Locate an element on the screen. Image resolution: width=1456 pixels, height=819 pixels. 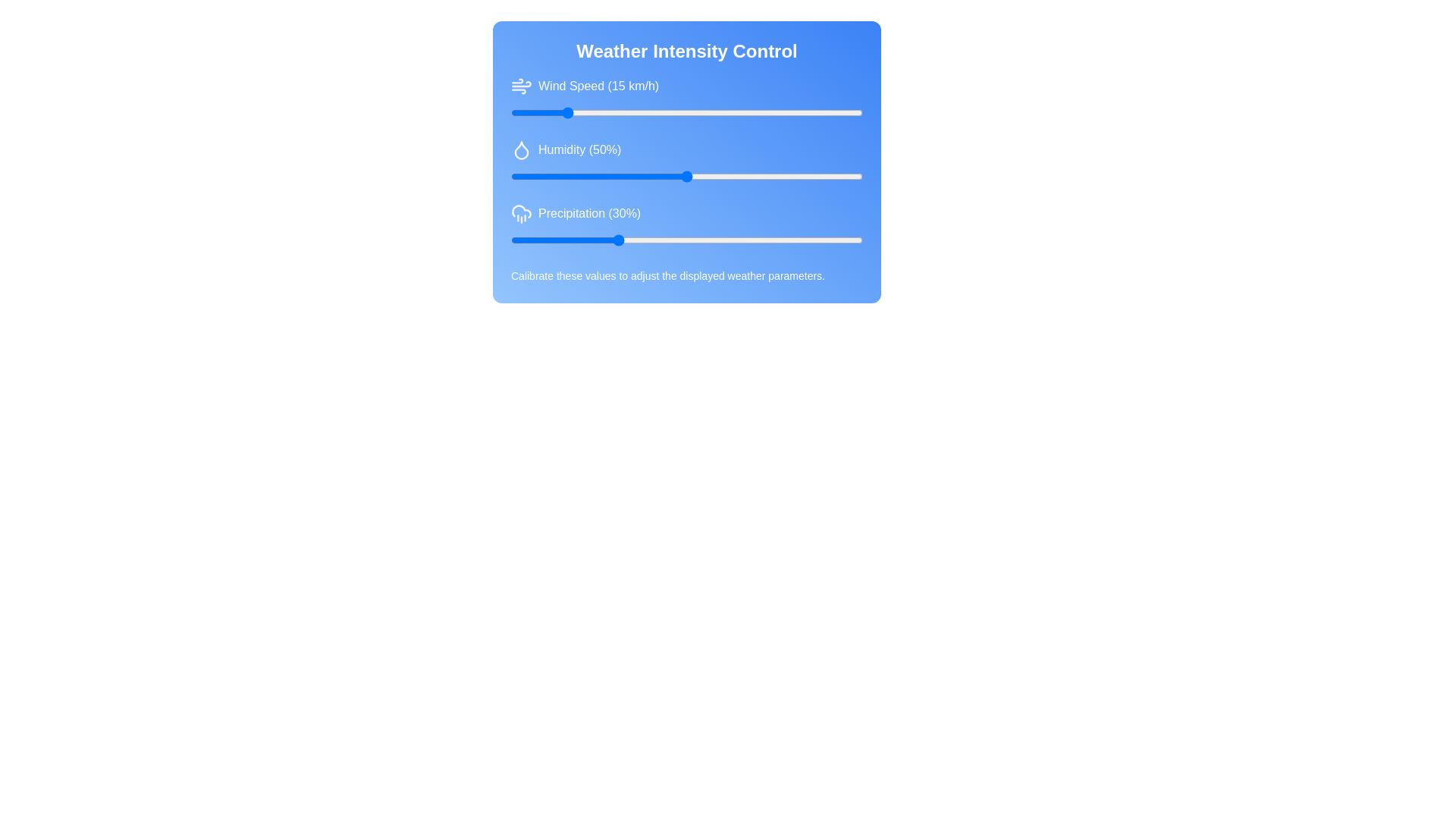
the humidity level is located at coordinates (844, 175).